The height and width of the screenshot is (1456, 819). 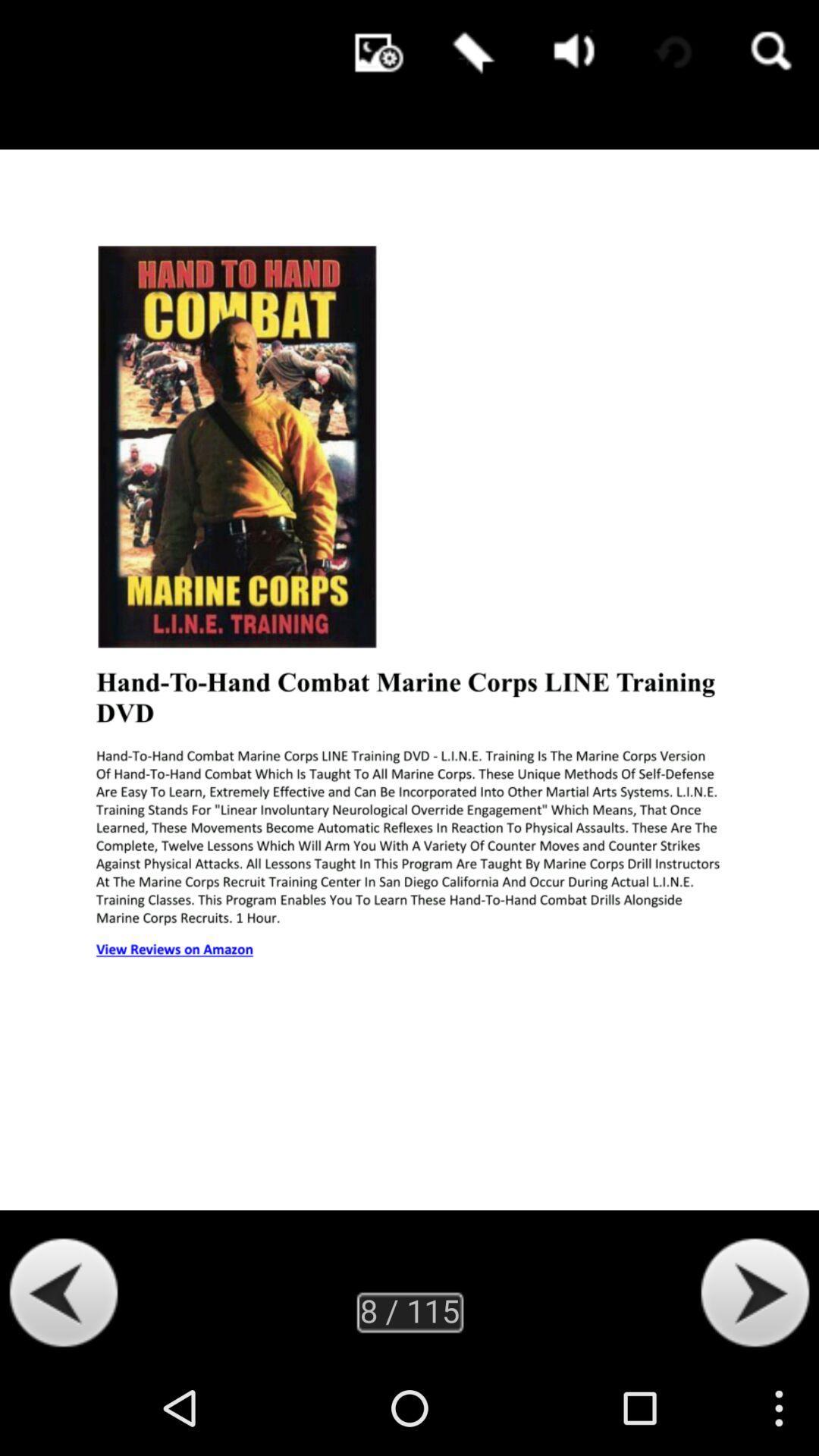 I want to click on the search icon, so click(x=769, y=53).